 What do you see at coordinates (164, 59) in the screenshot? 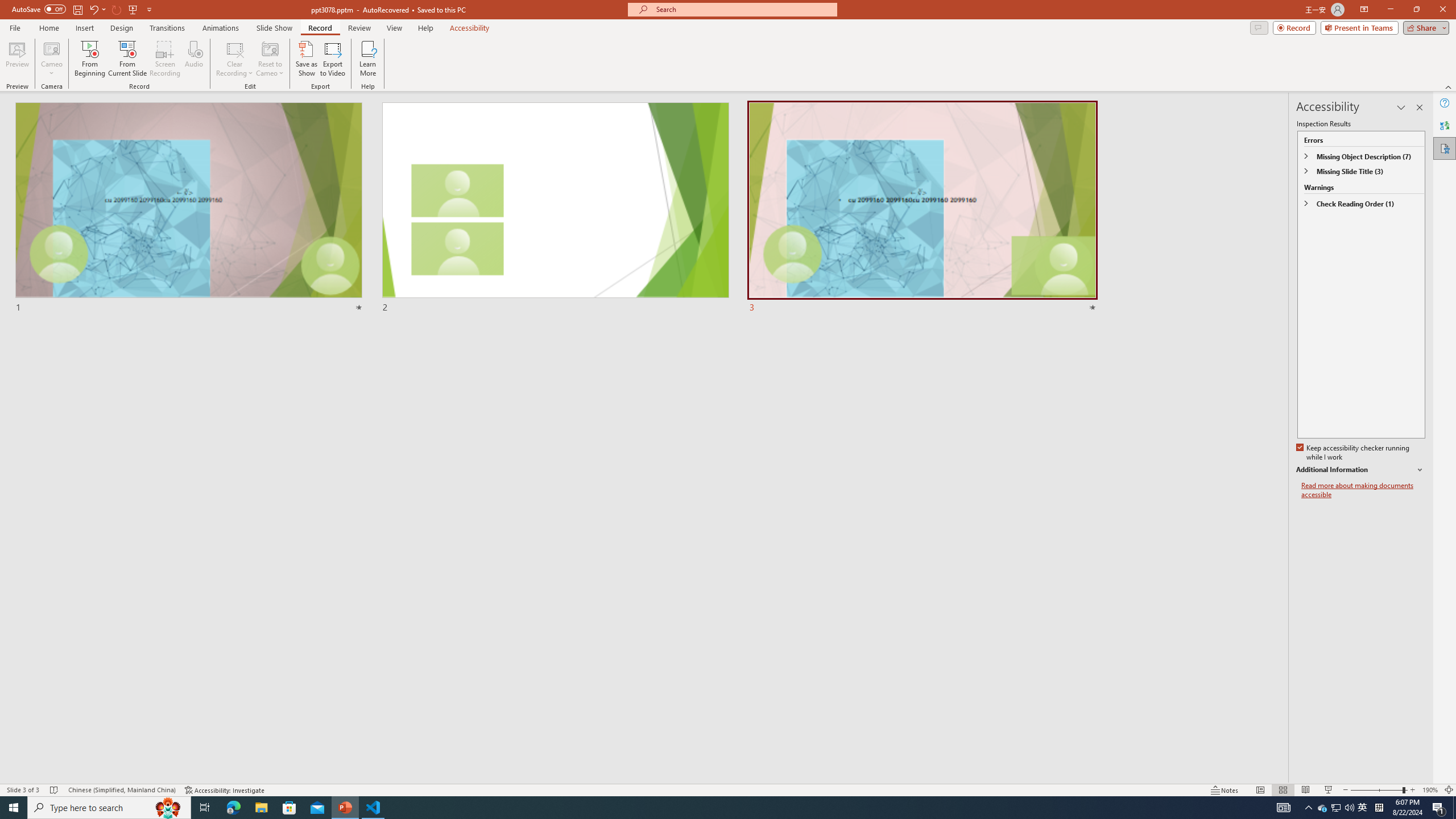
I see `'Screen Recording'` at bounding box center [164, 59].